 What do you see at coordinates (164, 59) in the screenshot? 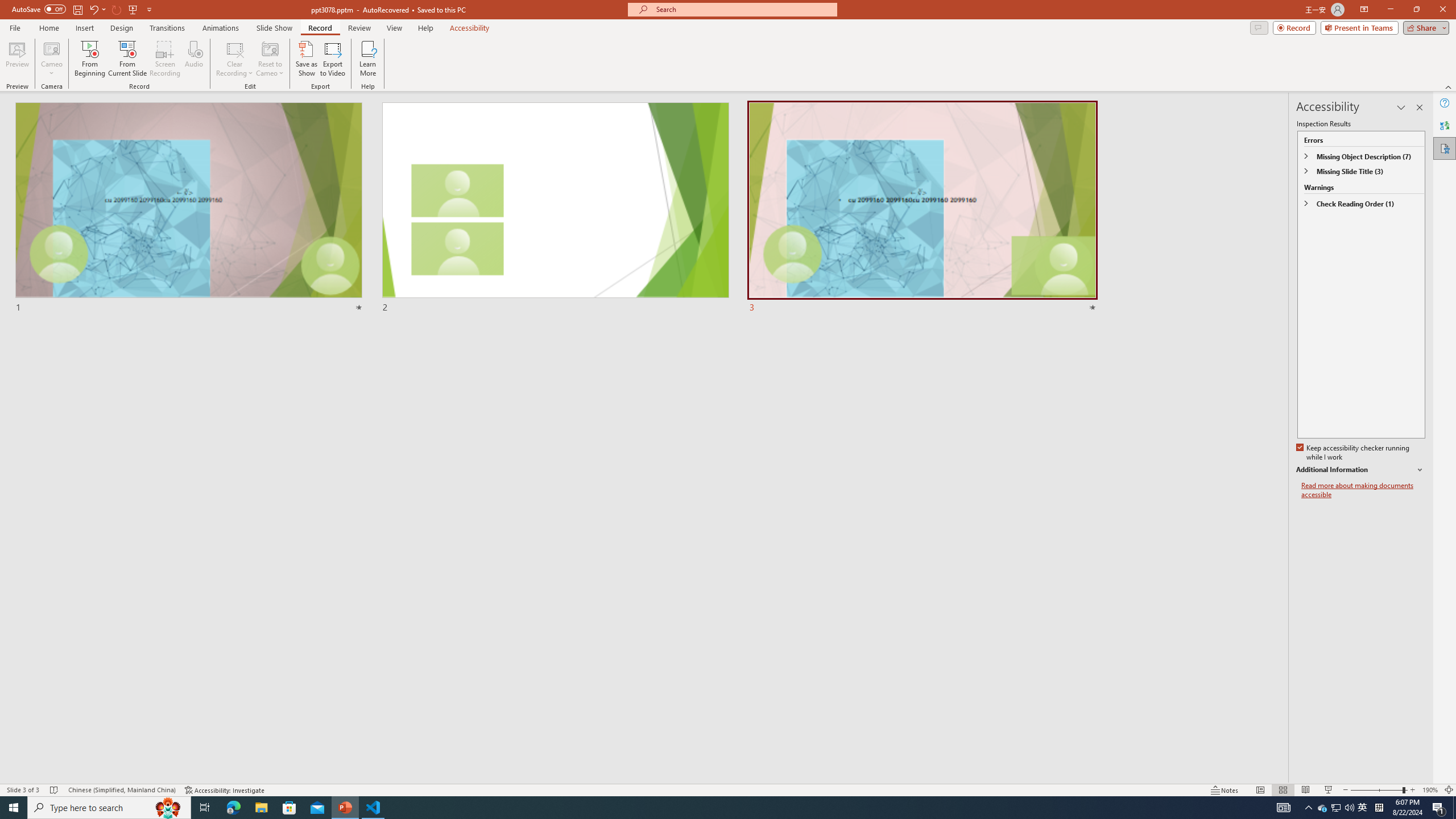
I see `'Screen Recording'` at bounding box center [164, 59].